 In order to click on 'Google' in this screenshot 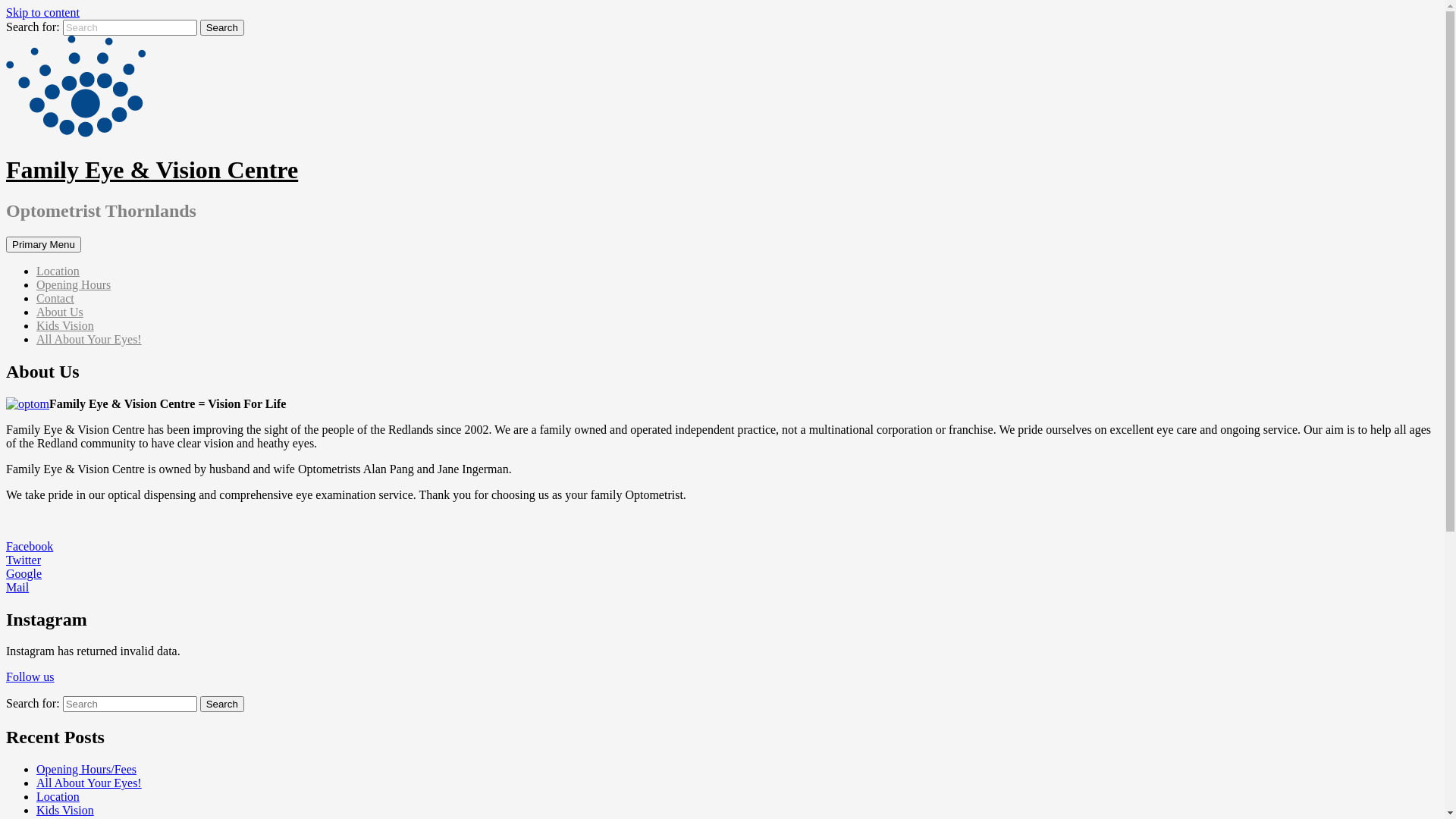, I will do `click(24, 573)`.